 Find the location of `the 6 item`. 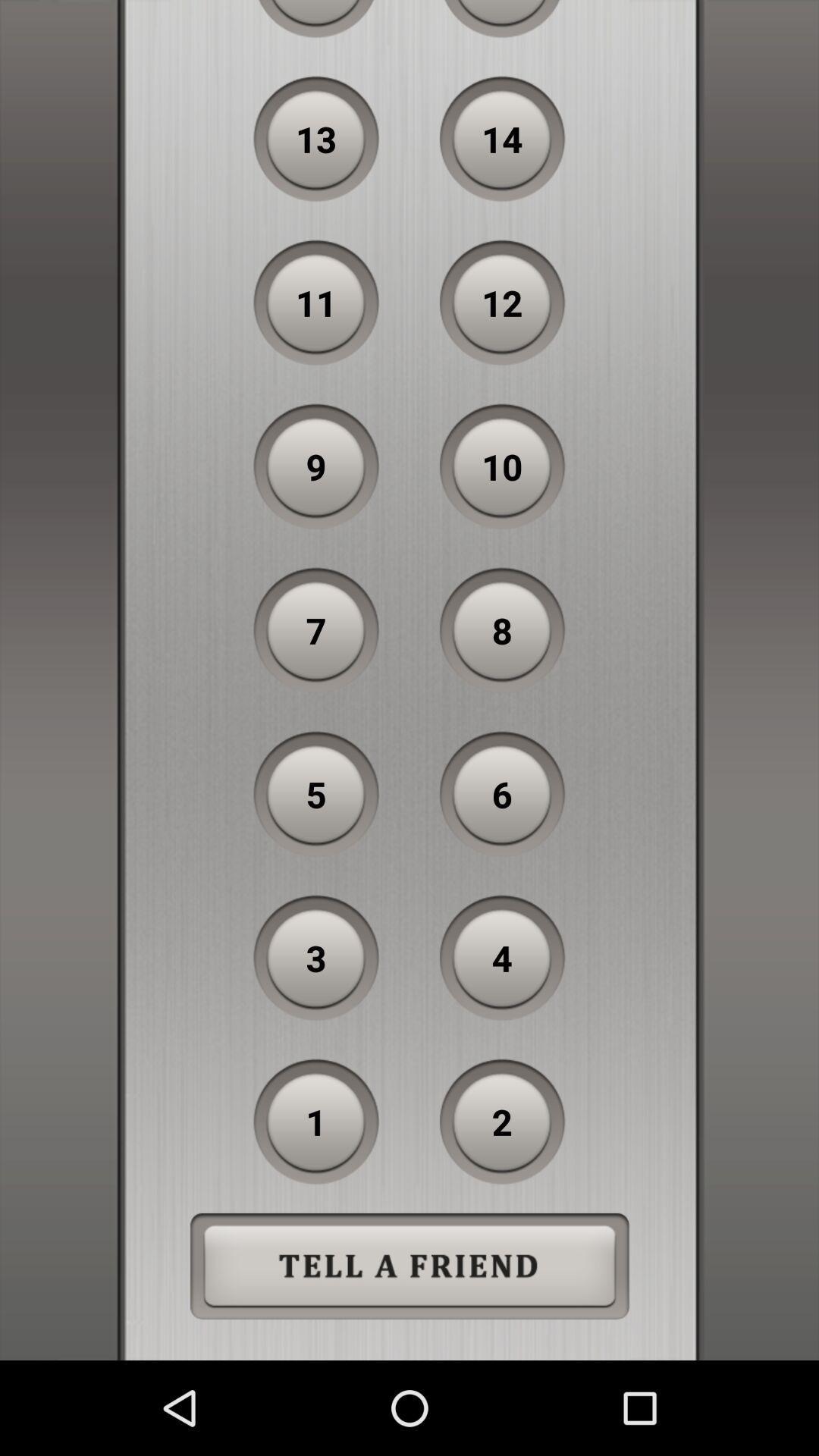

the 6 item is located at coordinates (502, 793).